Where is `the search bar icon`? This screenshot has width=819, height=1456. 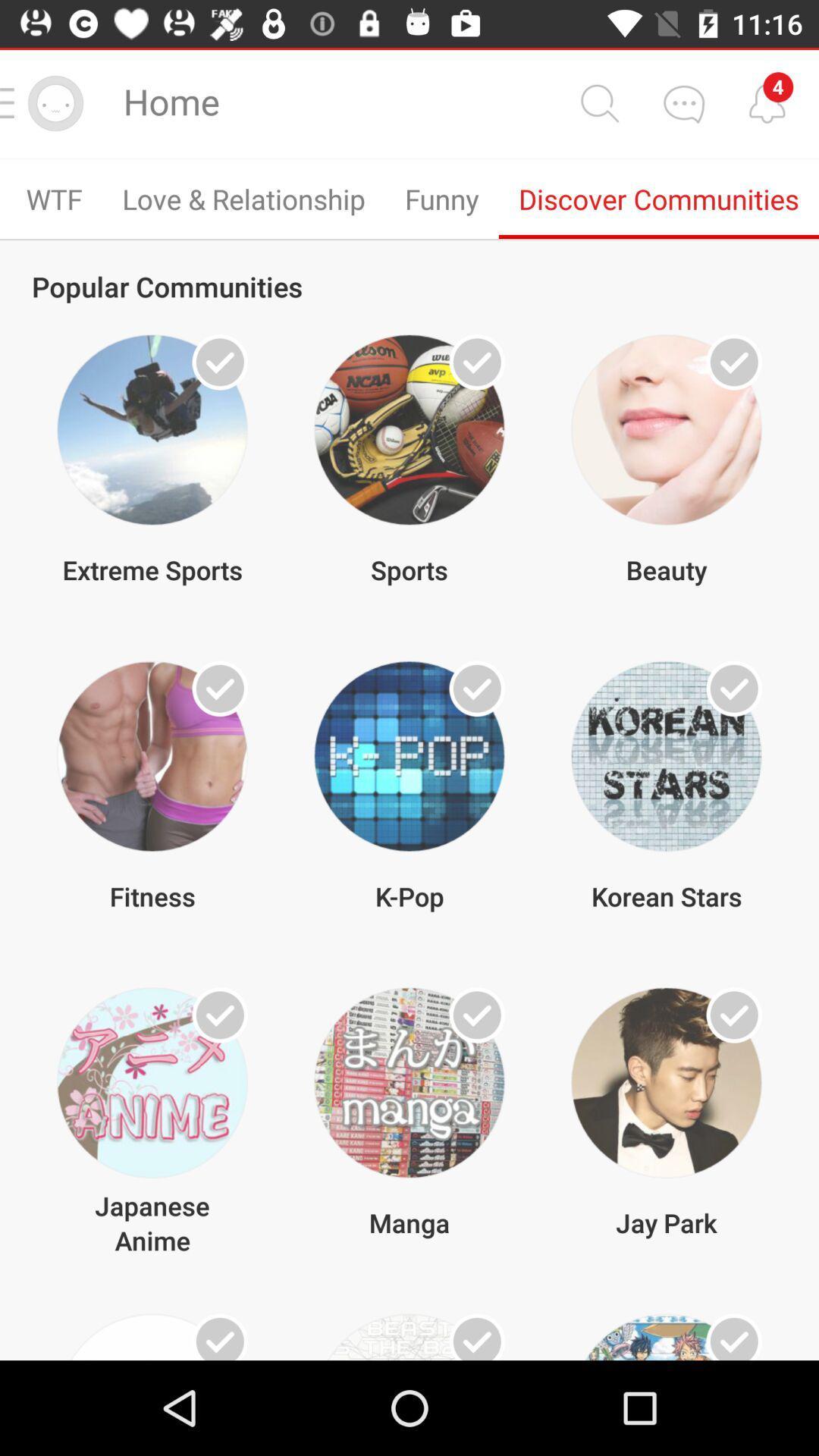
the search bar icon is located at coordinates (598, 102).